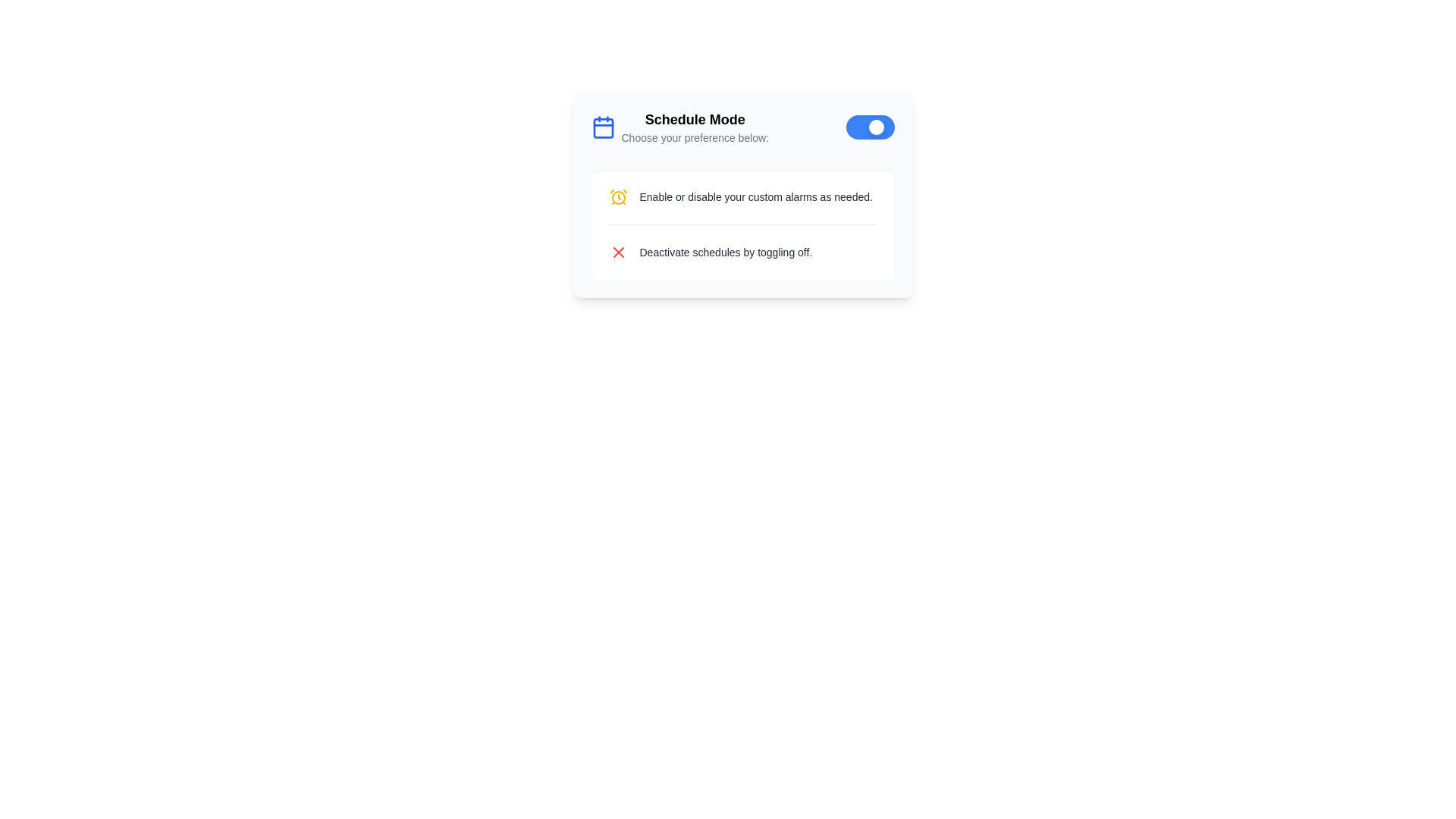 This screenshot has width=1456, height=819. What do you see at coordinates (618, 251) in the screenshot?
I see `the small red 'X' icon located on the right-hand side of the text 'Deactivate schedules by toggling off' to indicate negation` at bounding box center [618, 251].